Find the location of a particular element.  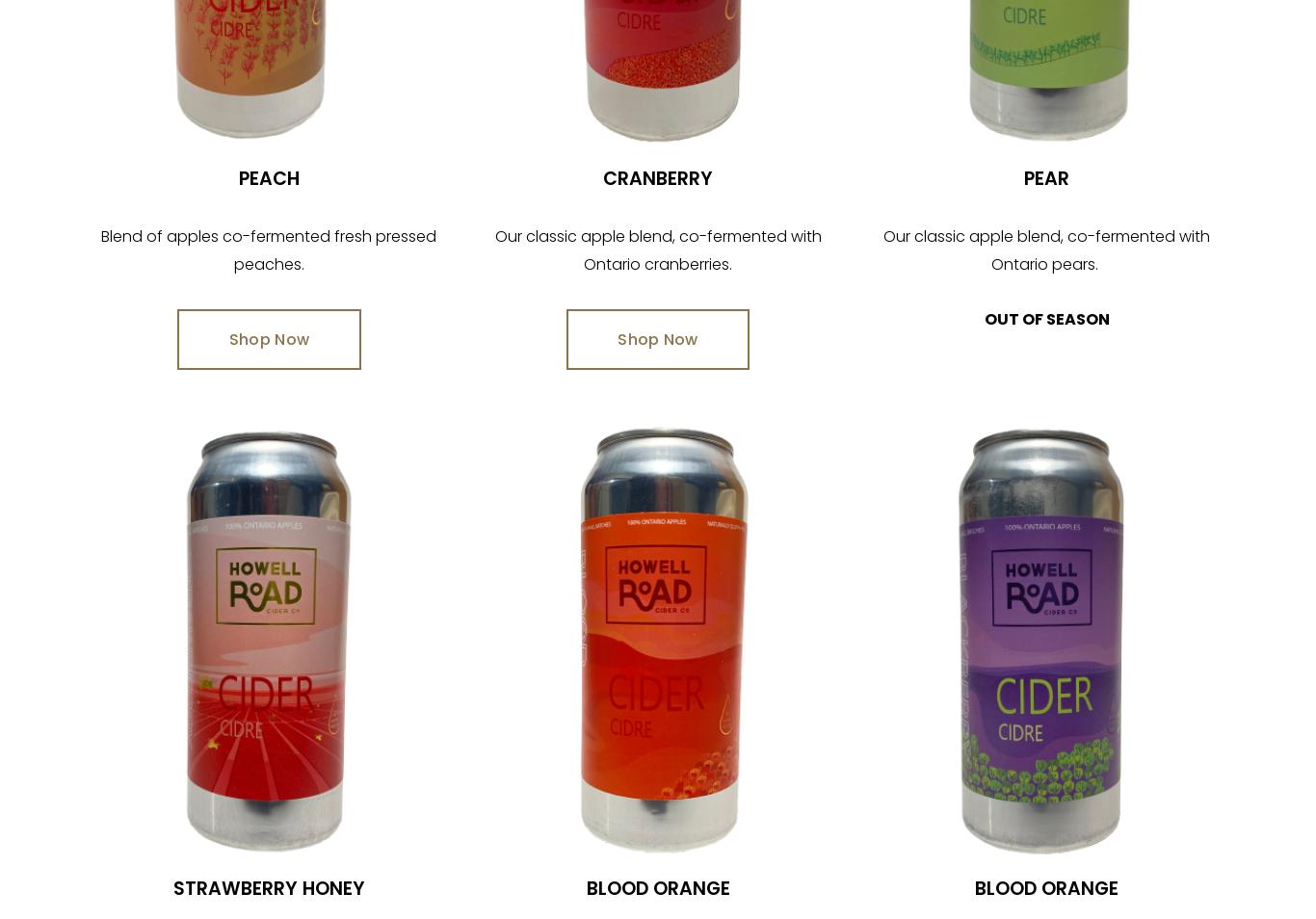

'STRAWBERRY HONEY' is located at coordinates (171, 888).